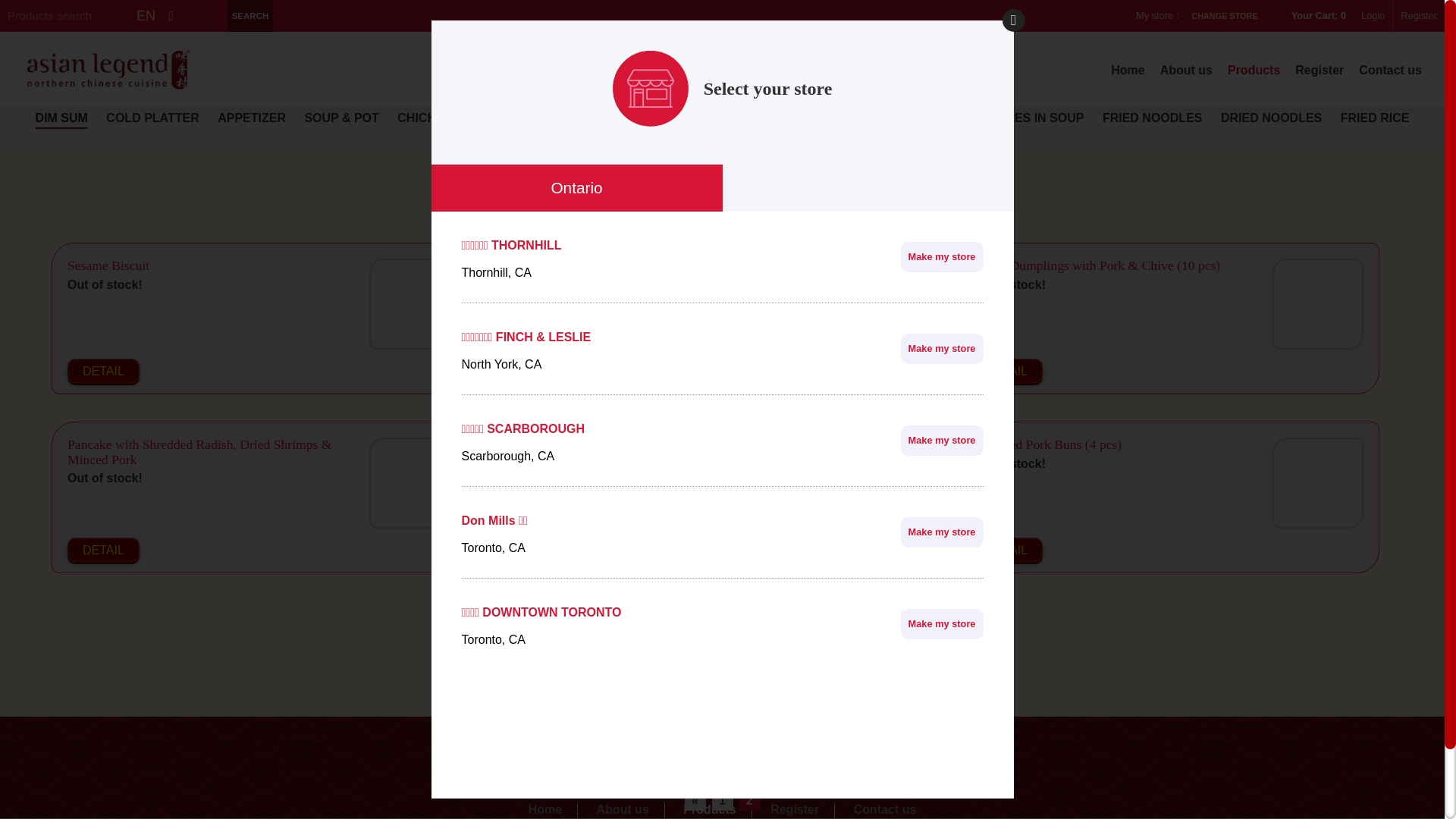 This screenshot has height=819, width=1456. Describe the element at coordinates (1373, 15) in the screenshot. I see `'Login'` at that location.